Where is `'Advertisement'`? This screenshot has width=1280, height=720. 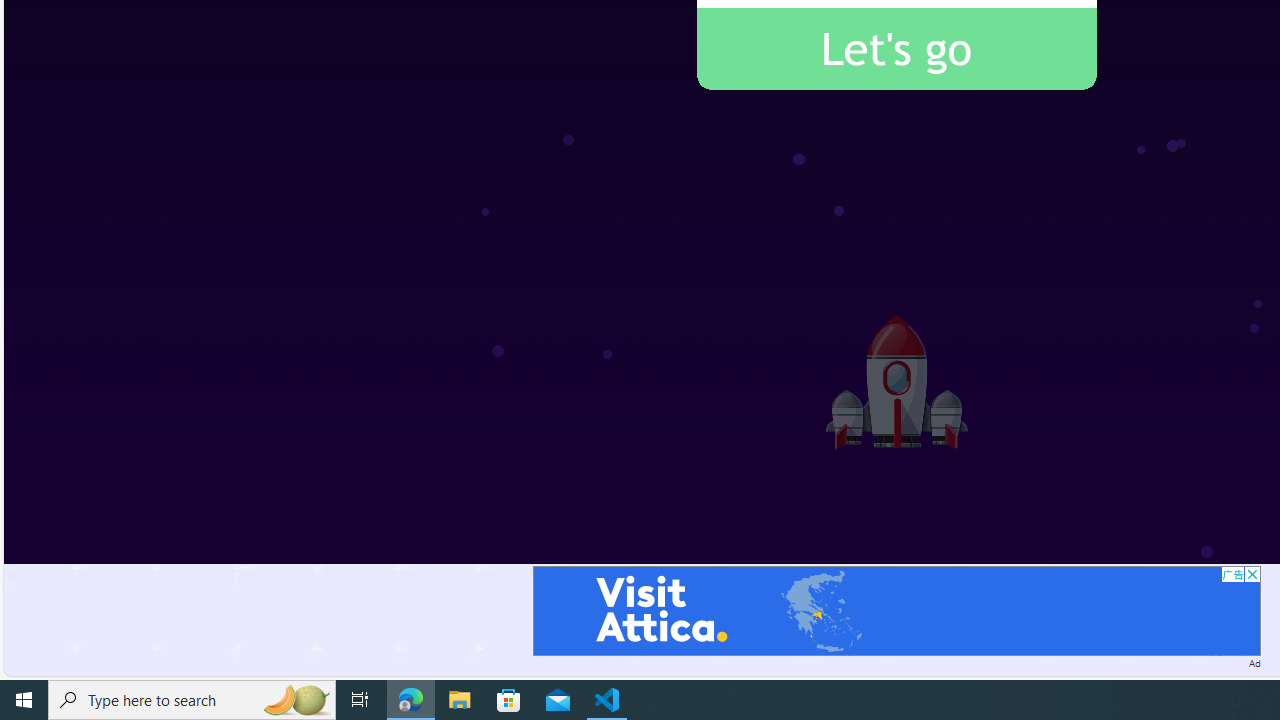 'Advertisement' is located at coordinates (895, 609).